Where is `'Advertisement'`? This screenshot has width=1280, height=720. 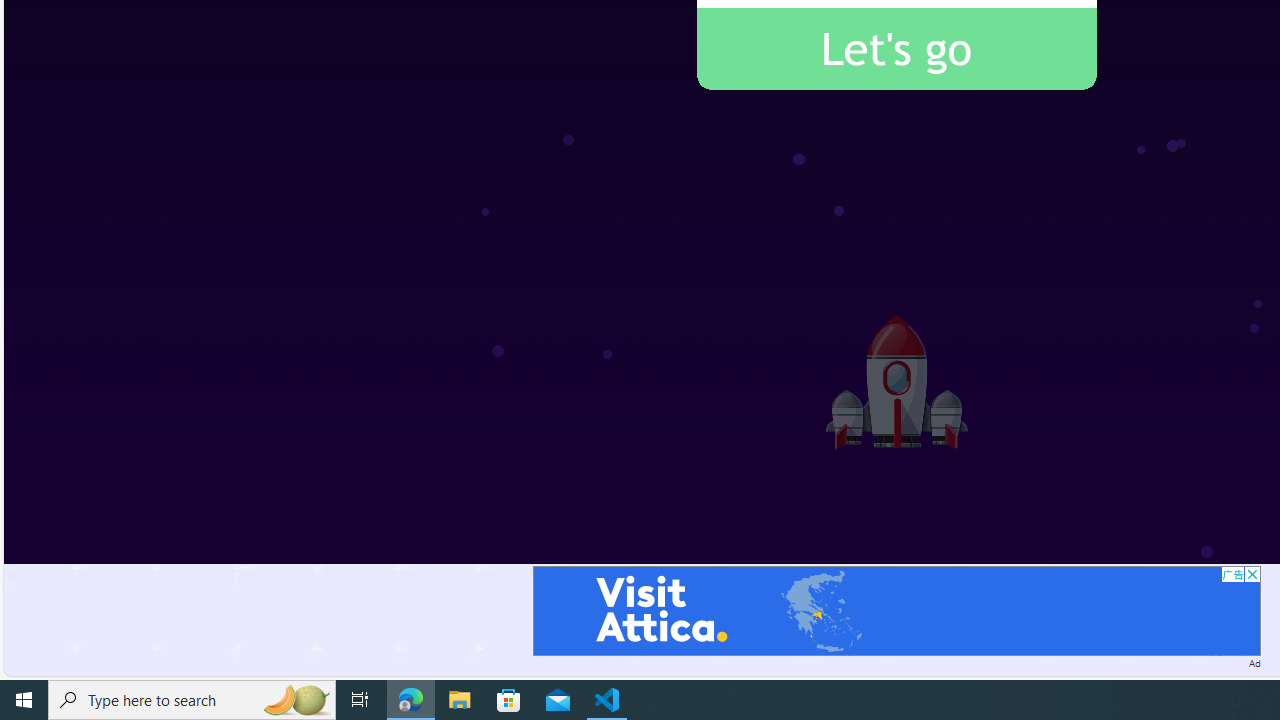 'Advertisement' is located at coordinates (895, 609).